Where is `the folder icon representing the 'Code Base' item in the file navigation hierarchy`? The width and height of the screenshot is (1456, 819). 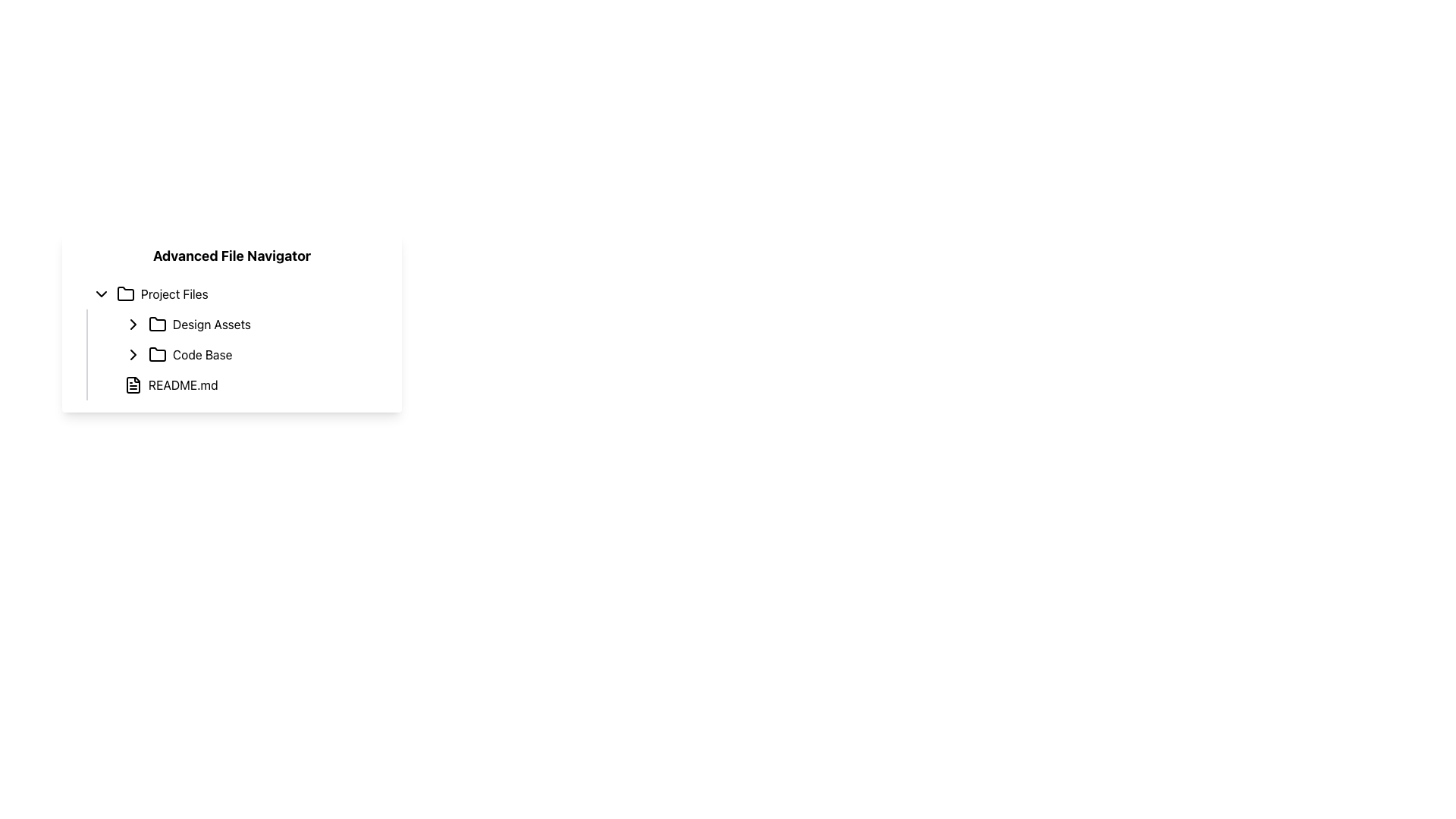
the folder icon representing the 'Code Base' item in the file navigation hierarchy is located at coordinates (157, 354).